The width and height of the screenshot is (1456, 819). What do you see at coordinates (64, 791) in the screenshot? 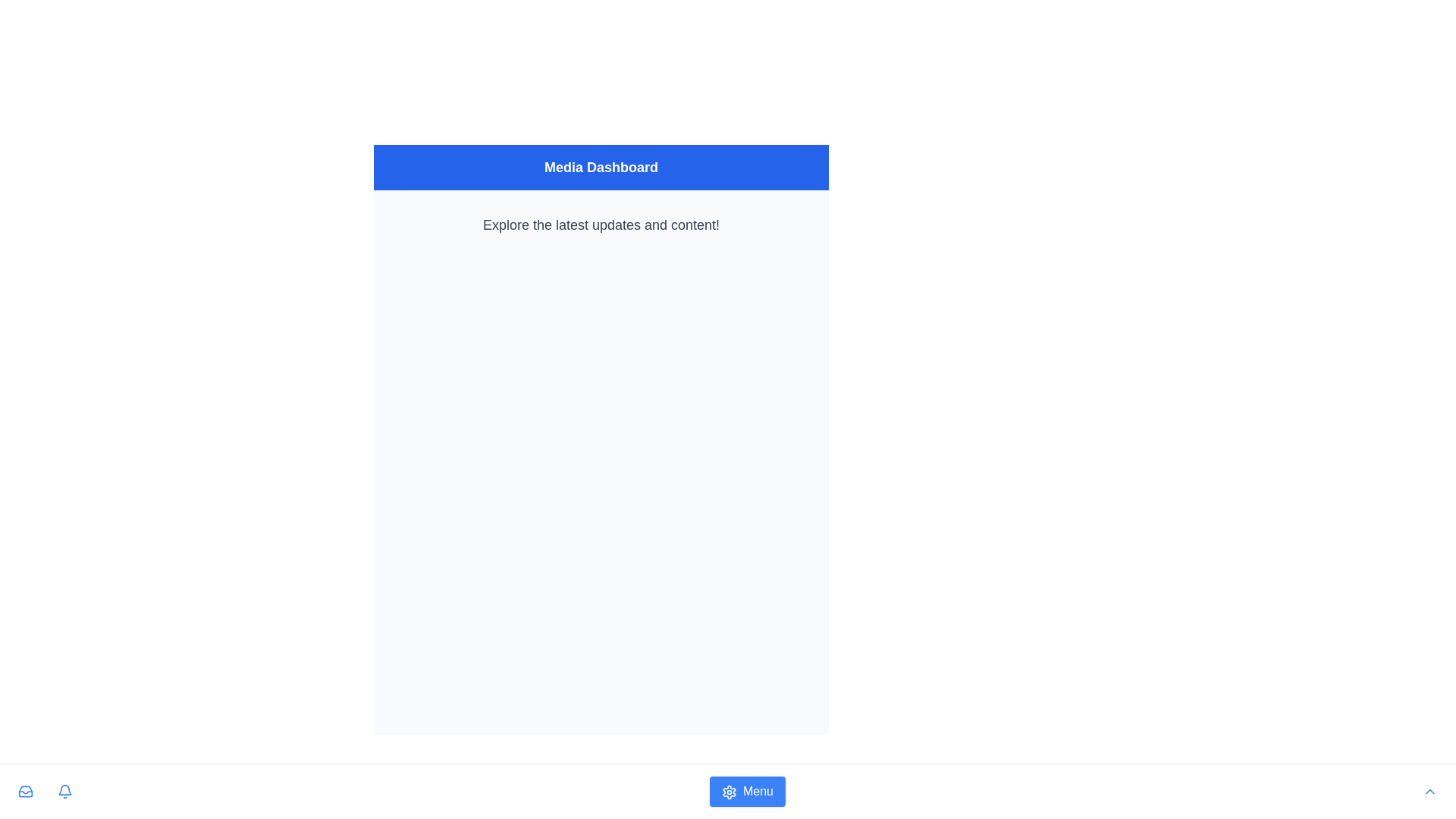
I see `the bell icon with a blue outline that represents notifications, located in the bottom row of icons` at bounding box center [64, 791].